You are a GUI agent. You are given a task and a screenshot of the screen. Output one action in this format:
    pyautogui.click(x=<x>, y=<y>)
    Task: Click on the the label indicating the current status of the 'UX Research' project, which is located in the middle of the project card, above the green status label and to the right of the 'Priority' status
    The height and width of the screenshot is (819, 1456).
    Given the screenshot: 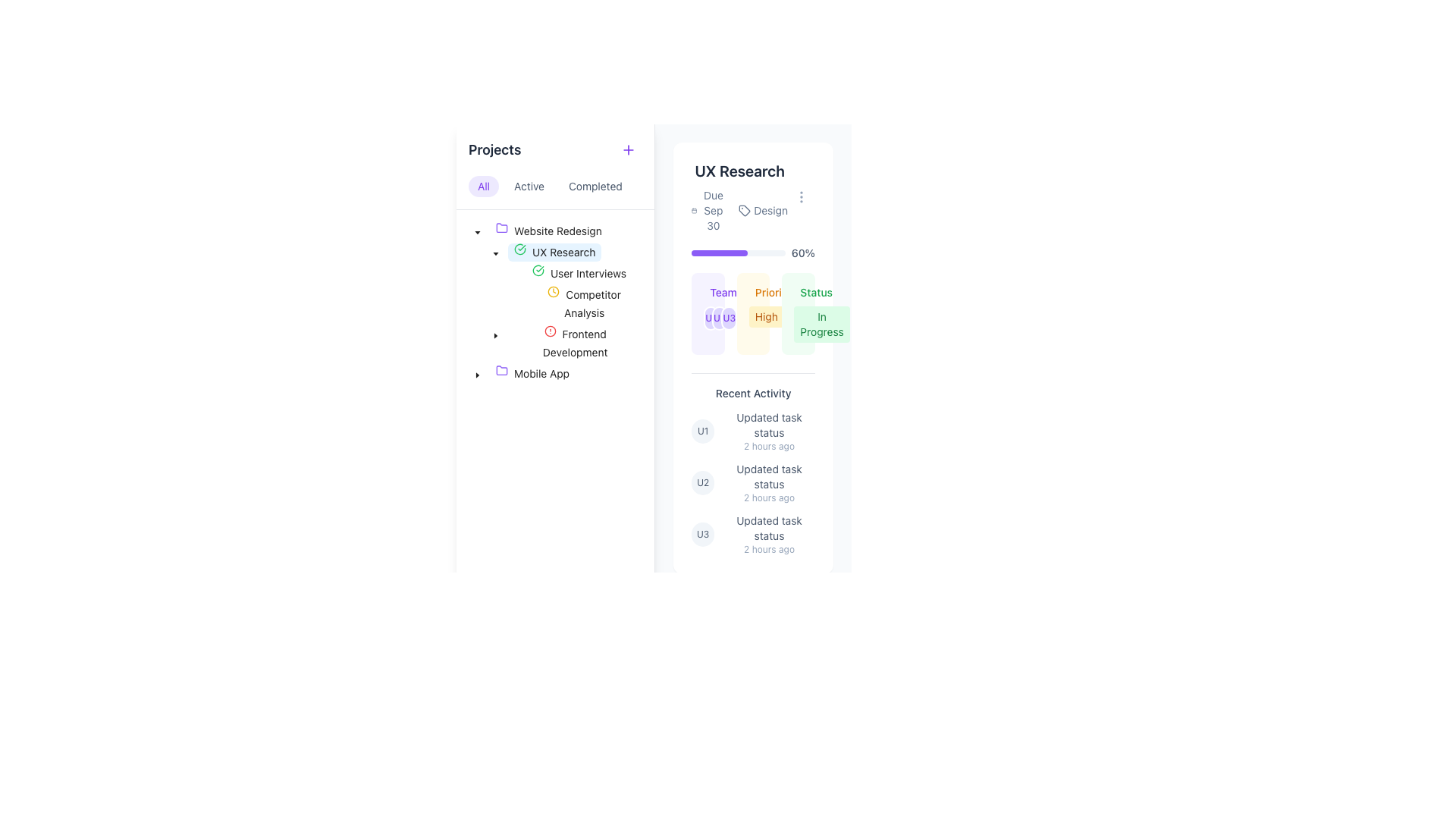 What is the action you would take?
    pyautogui.click(x=815, y=292)
    